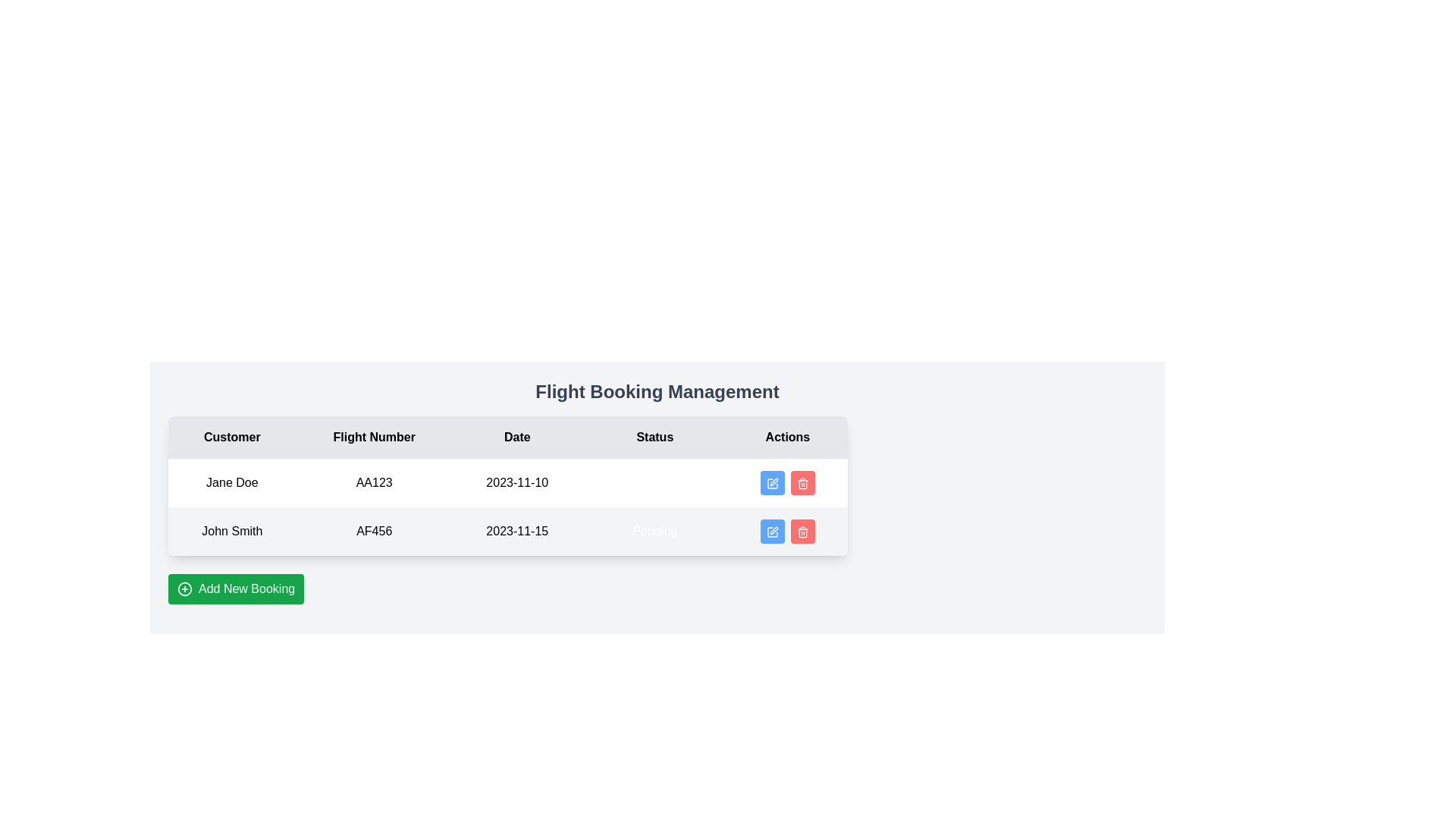  I want to click on the edit button located in the 'Actions' column of the first row in the Flight Booking Management table to initiate editing, so click(772, 482).